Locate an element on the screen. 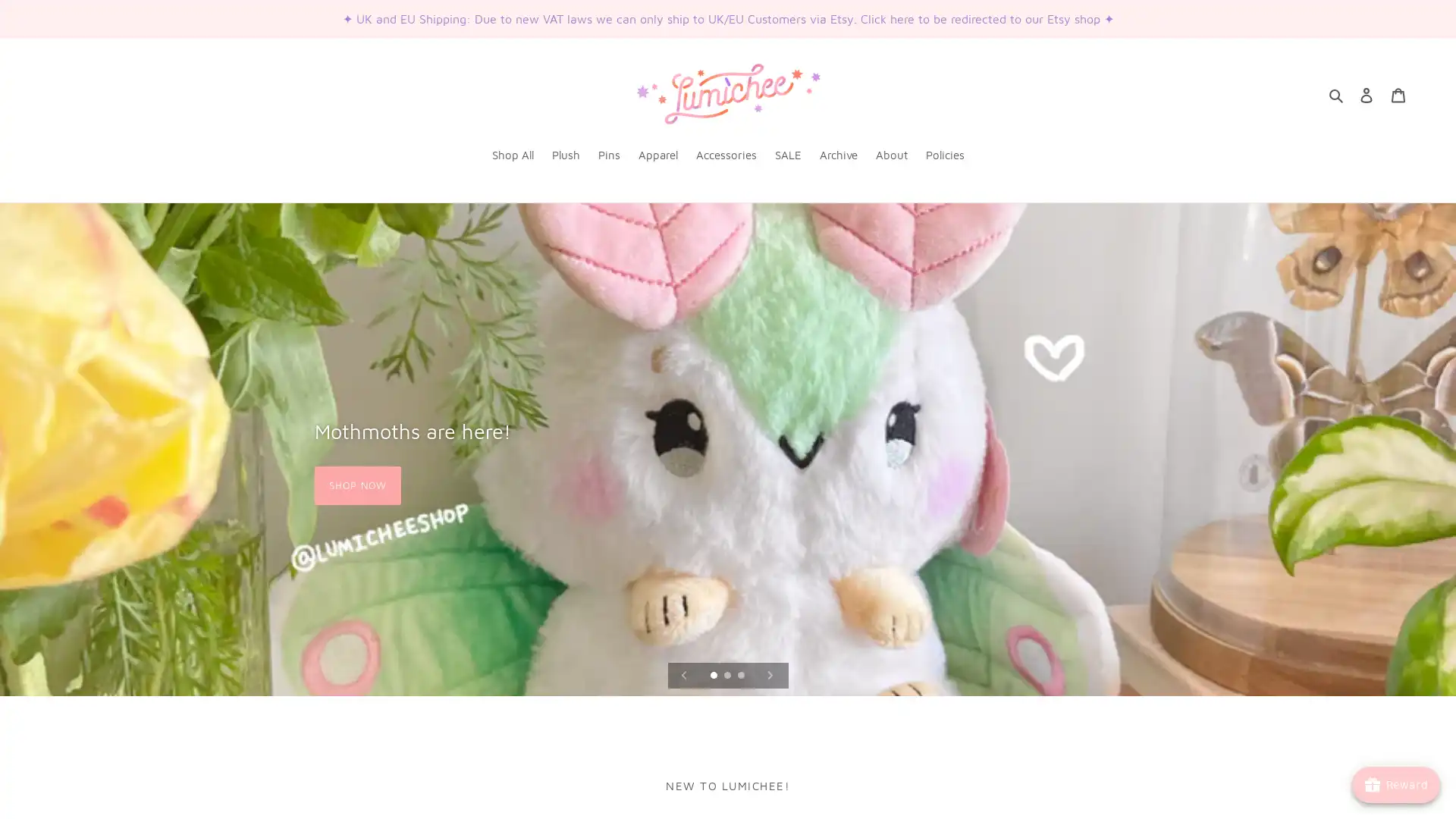 Image resolution: width=1456 pixels, height=819 pixels. Previous slide is located at coordinates (683, 674).